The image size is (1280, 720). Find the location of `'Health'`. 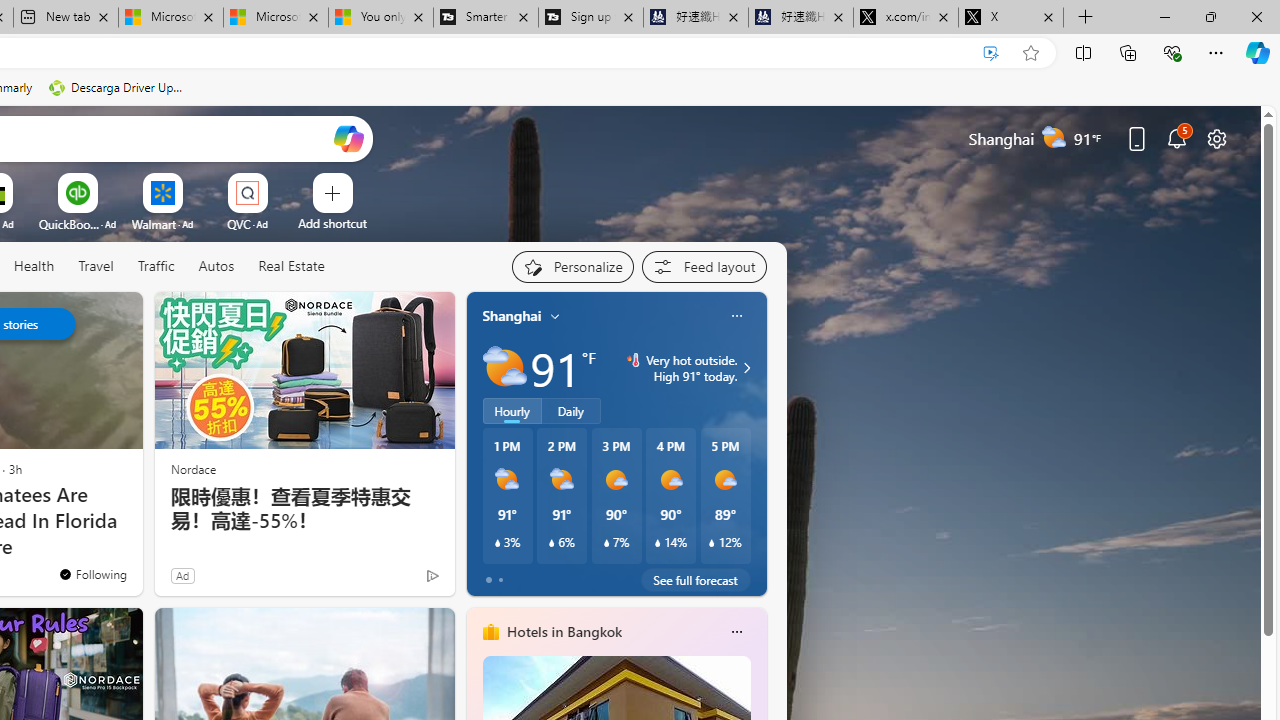

'Health' is located at coordinates (34, 265).